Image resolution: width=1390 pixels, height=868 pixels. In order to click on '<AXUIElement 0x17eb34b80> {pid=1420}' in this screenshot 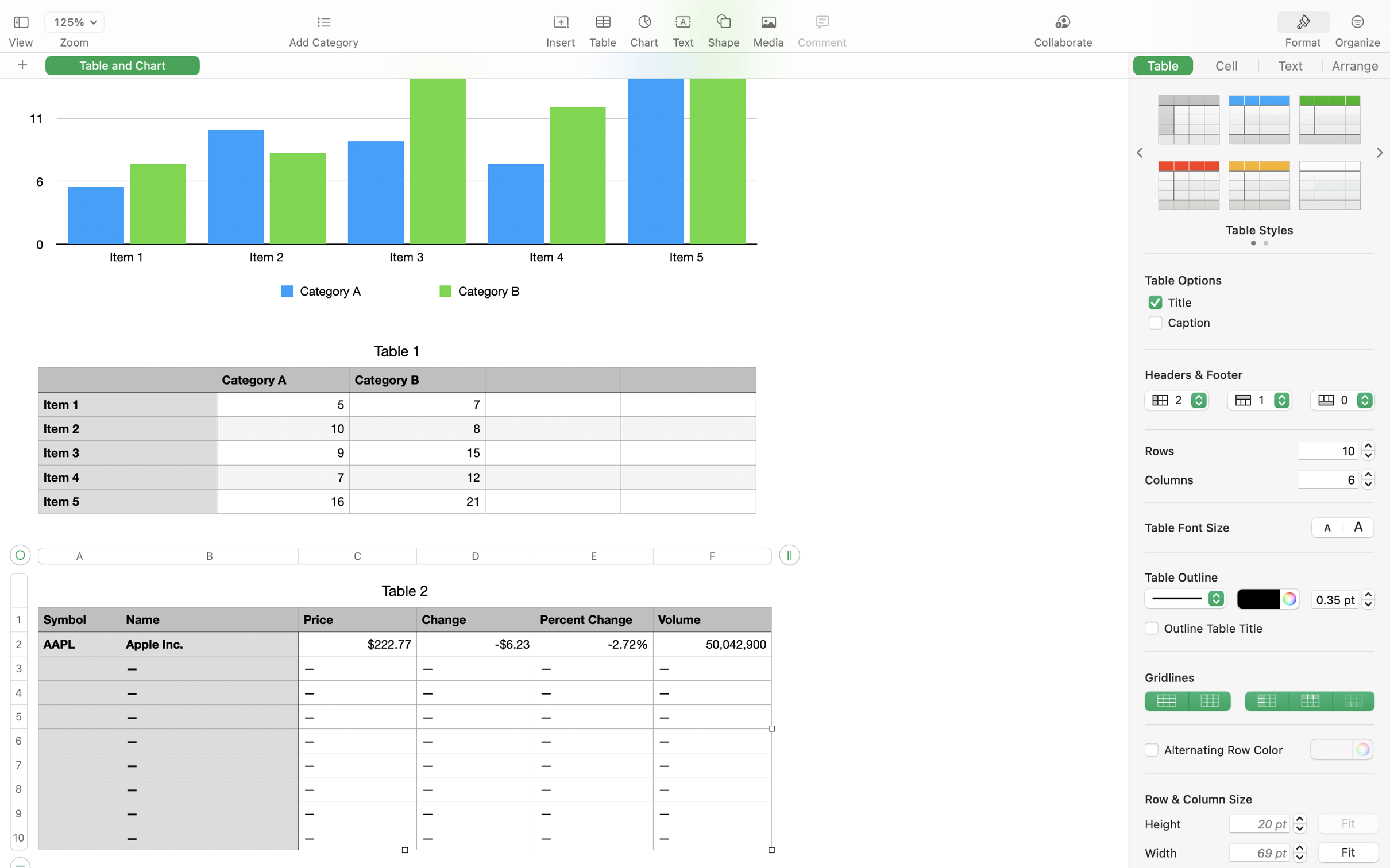, I will do `click(1331, 22)`.